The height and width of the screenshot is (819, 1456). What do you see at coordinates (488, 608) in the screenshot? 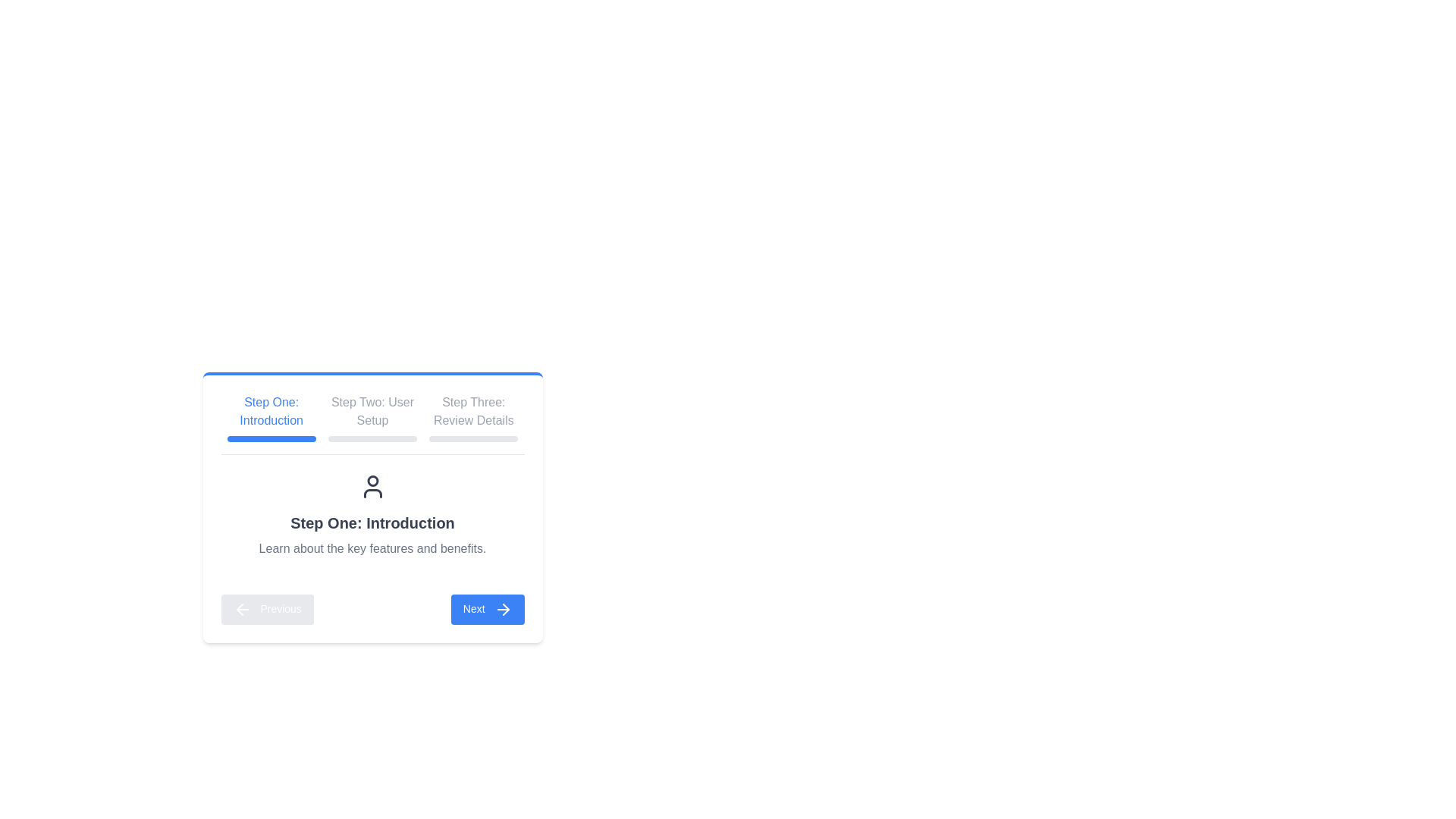
I see `the 'Next' button, which is a rectangular button with a blue background, white text, rounded corners, and a right arrow icon, located at the bottom of the content card` at bounding box center [488, 608].